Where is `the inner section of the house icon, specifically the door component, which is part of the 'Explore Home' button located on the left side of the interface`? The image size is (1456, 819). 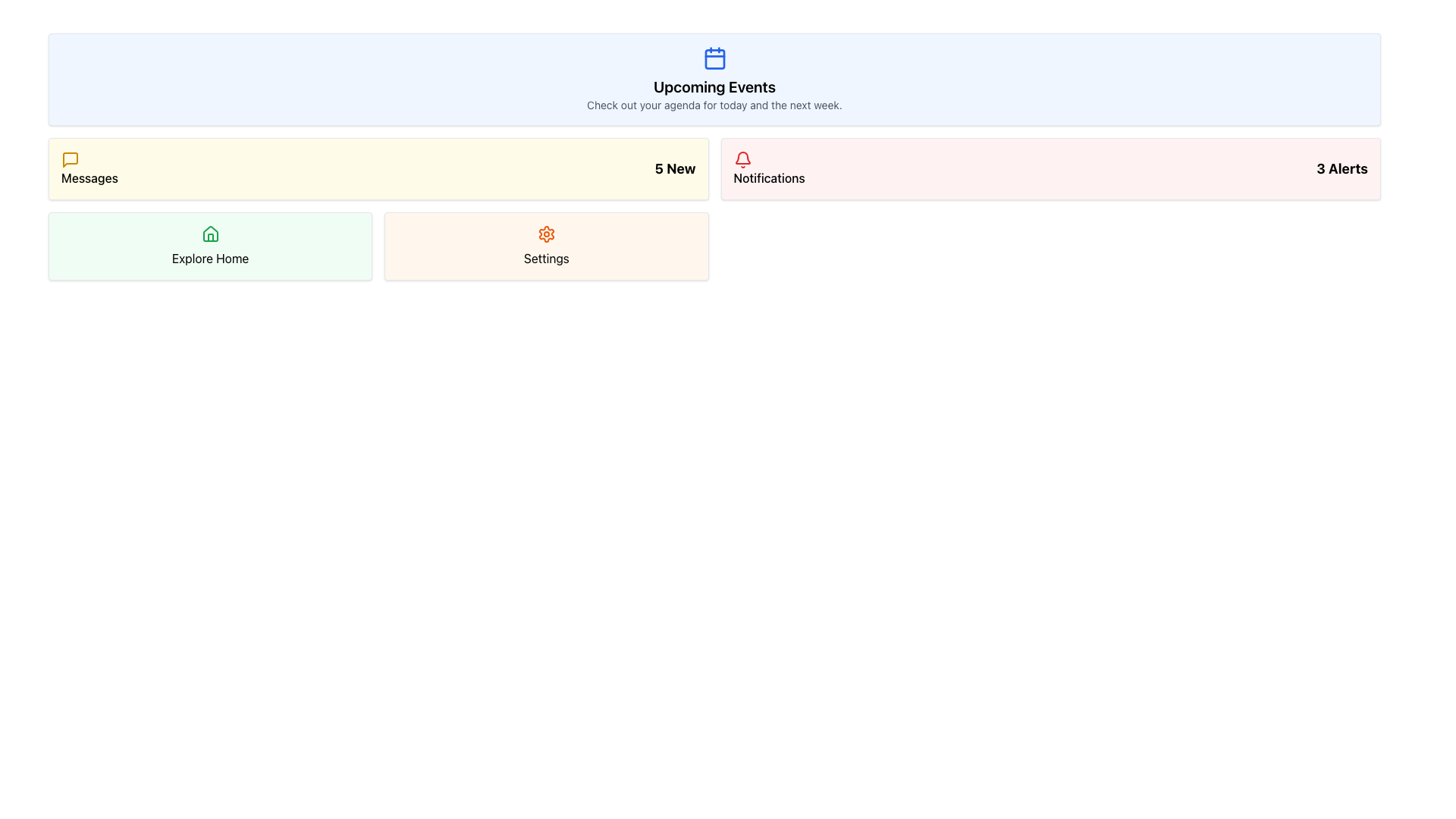 the inner section of the house icon, specifically the door component, which is part of the 'Explore Home' button located on the left side of the interface is located at coordinates (209, 237).